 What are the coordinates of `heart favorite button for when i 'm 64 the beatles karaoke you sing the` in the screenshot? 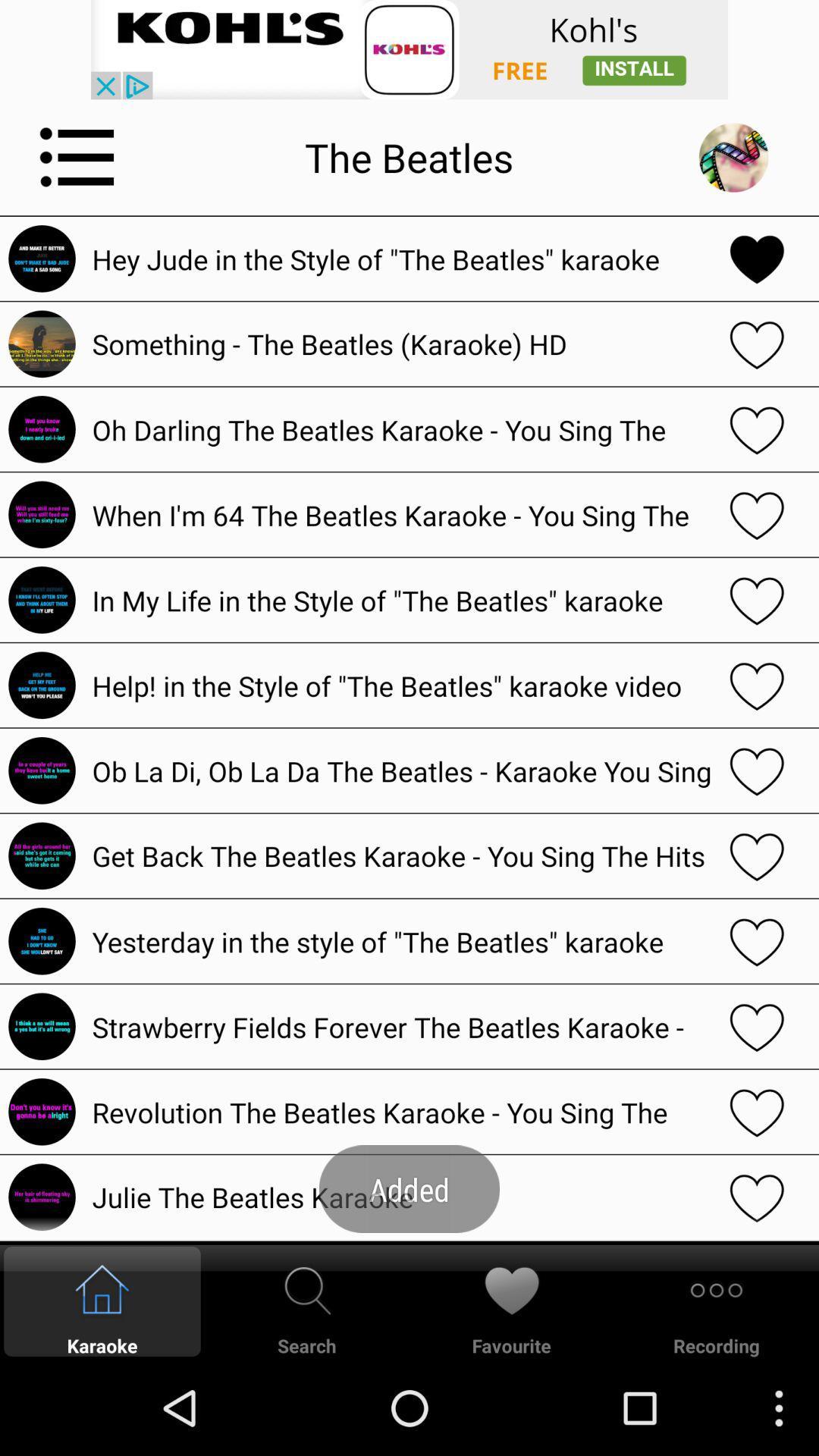 It's located at (757, 514).